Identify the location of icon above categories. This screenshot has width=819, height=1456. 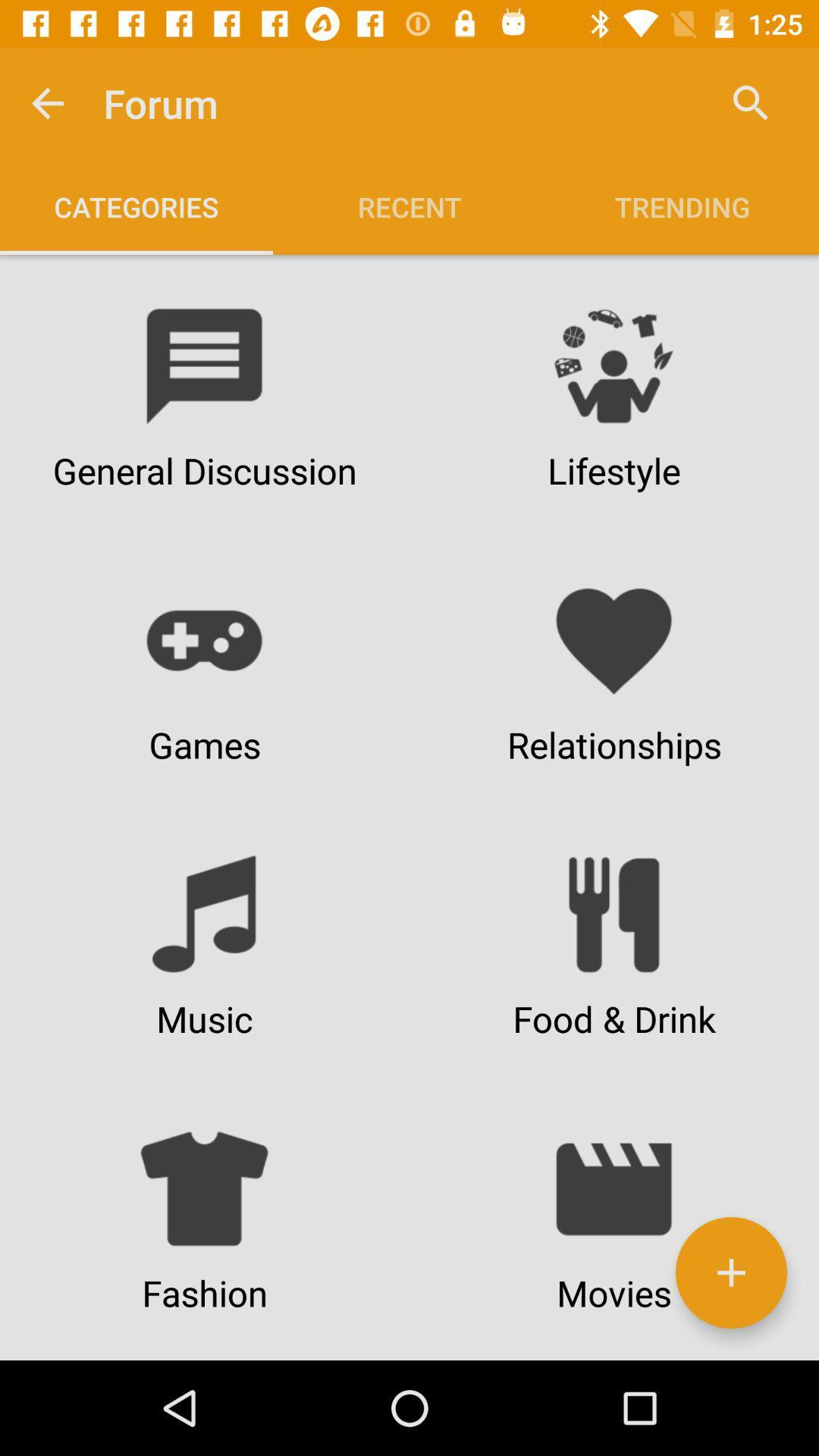
(46, 102).